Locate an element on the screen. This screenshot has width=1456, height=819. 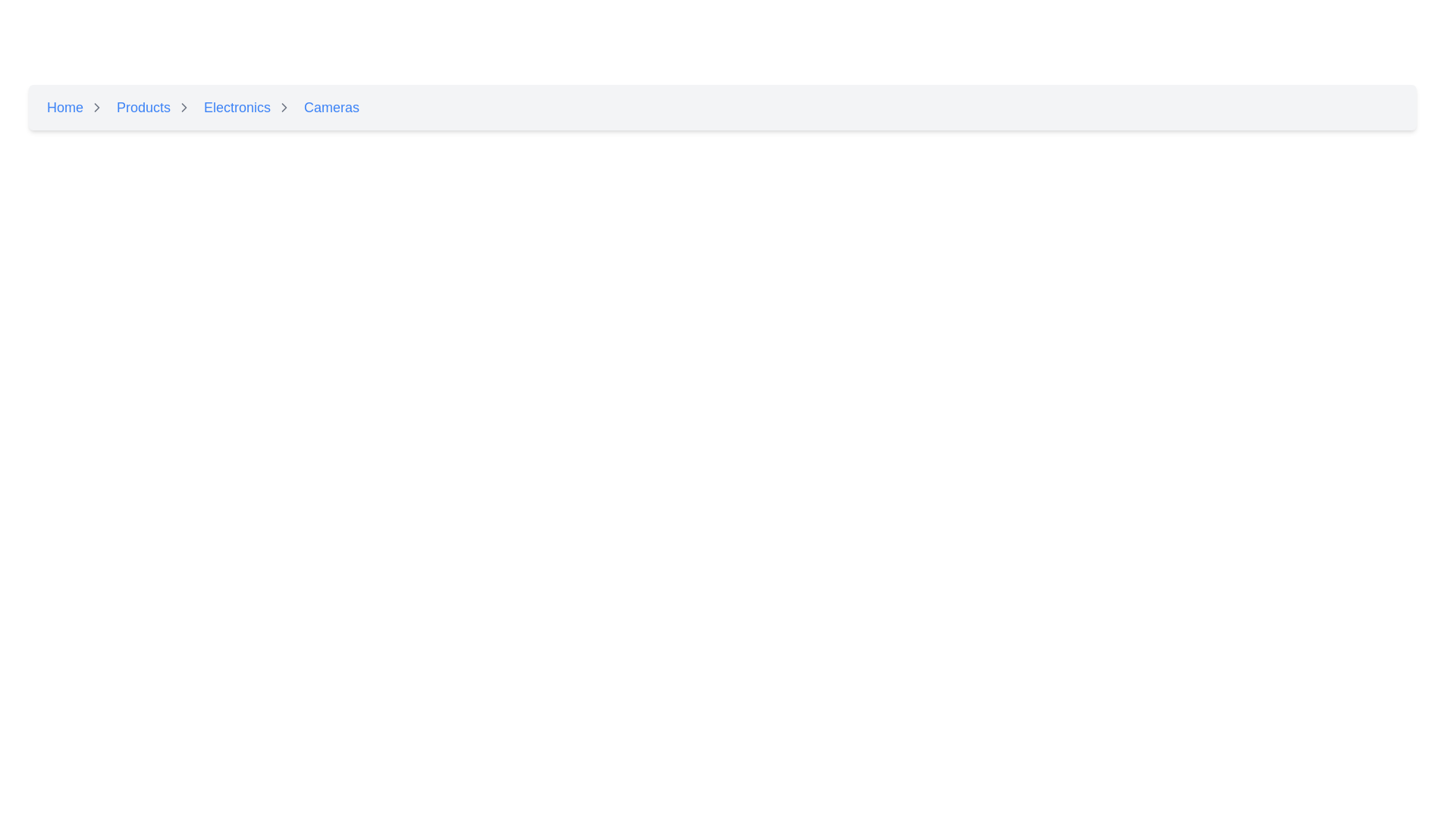
the 'Products' hyperlink in the breadcrumb navigation is located at coordinates (157, 107).